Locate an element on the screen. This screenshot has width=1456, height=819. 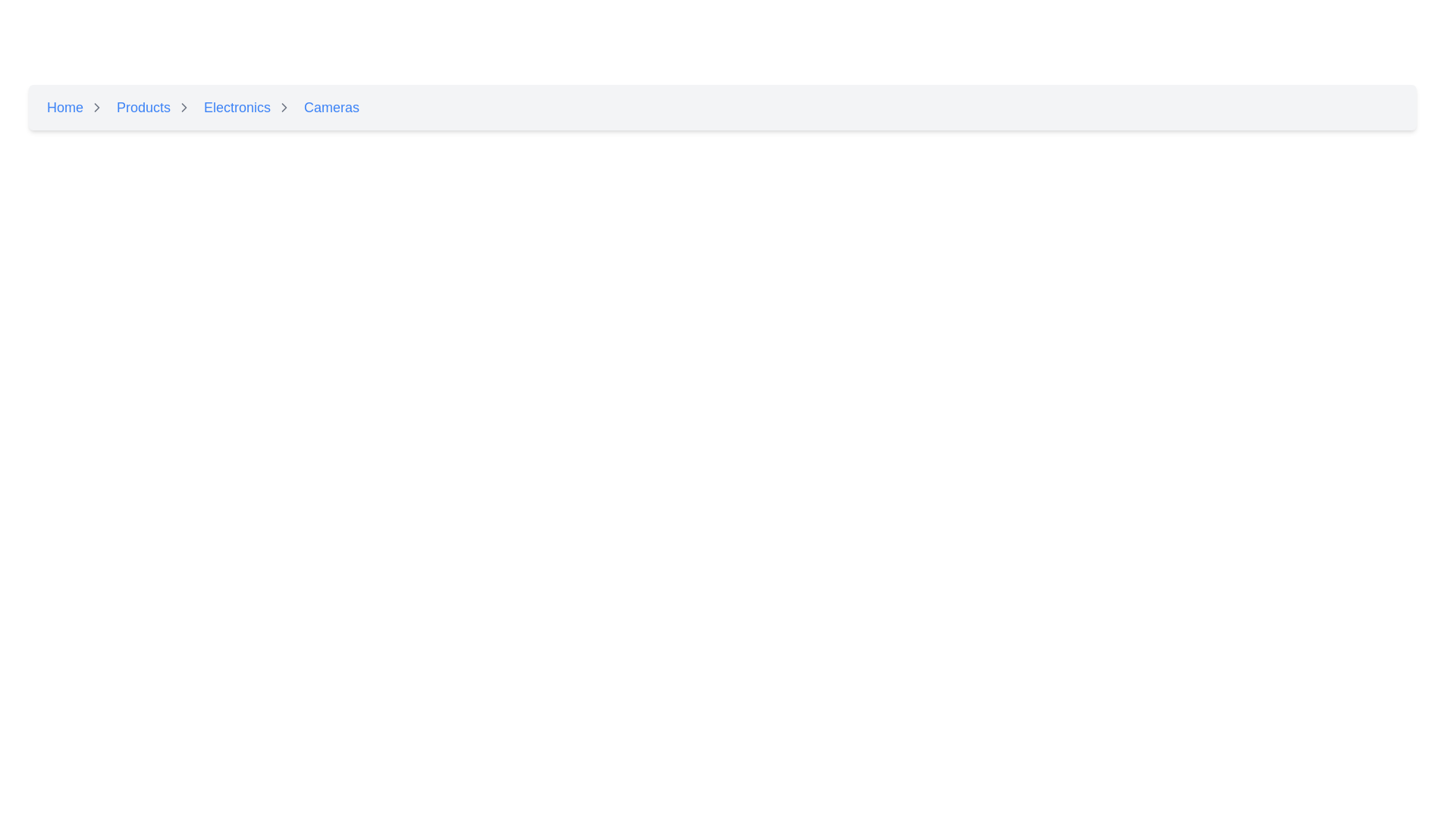
the 'Products' hyperlink in the breadcrumb navigation is located at coordinates (157, 107).